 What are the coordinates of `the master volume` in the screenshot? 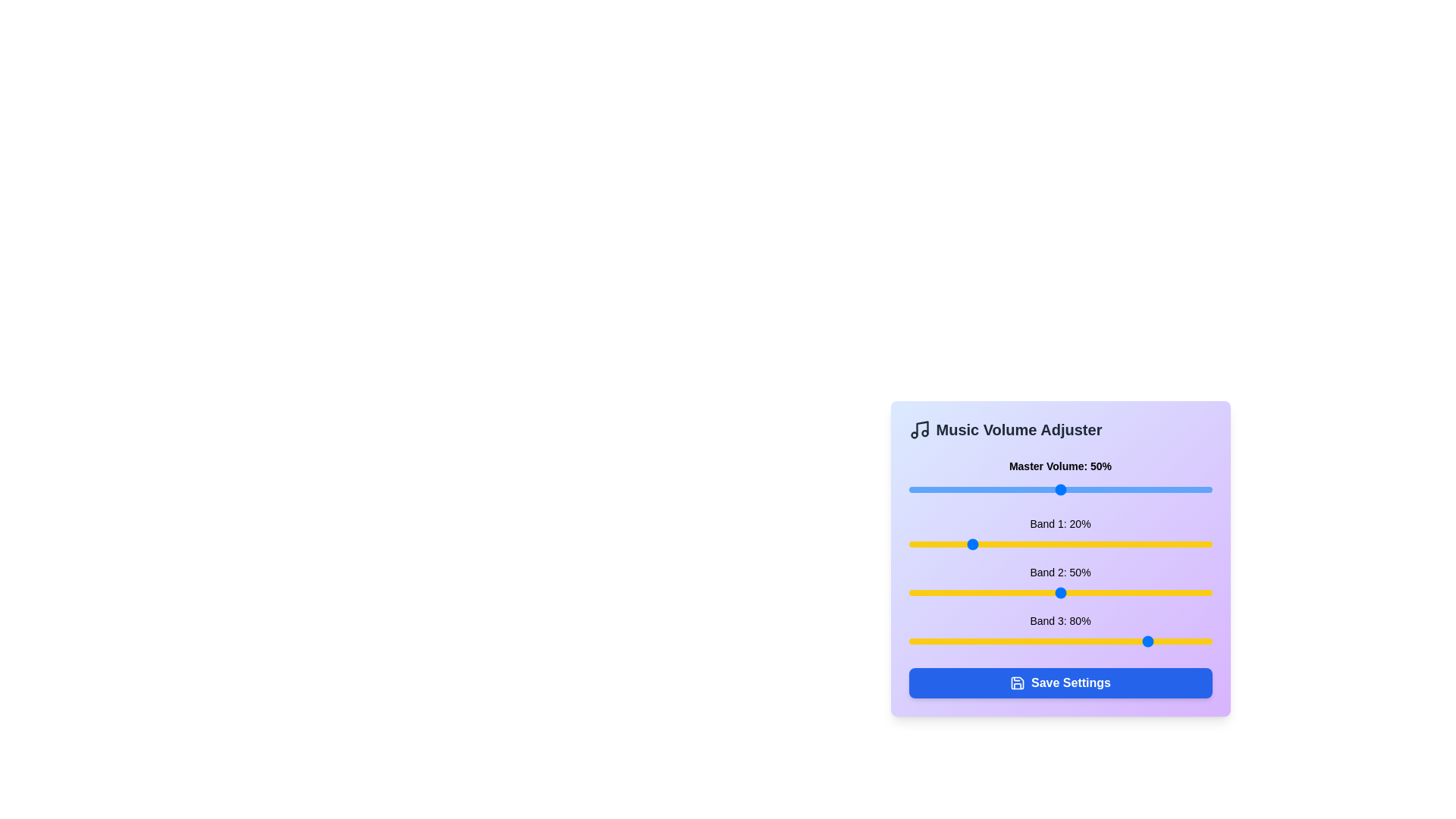 It's located at (987, 489).